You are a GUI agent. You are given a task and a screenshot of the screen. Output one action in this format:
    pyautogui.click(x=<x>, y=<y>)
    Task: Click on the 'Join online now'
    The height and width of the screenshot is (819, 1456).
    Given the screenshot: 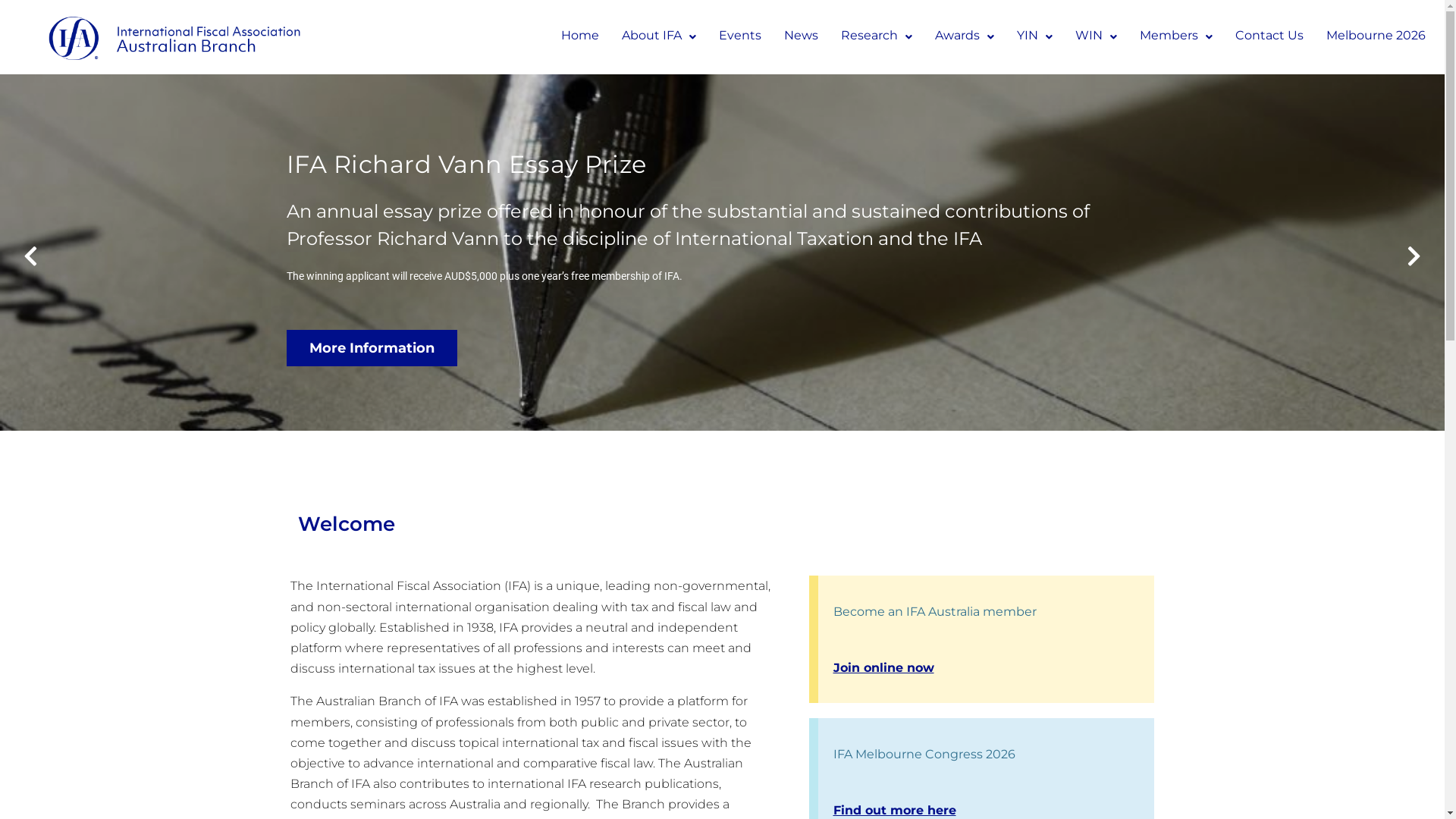 What is the action you would take?
    pyautogui.click(x=883, y=667)
    